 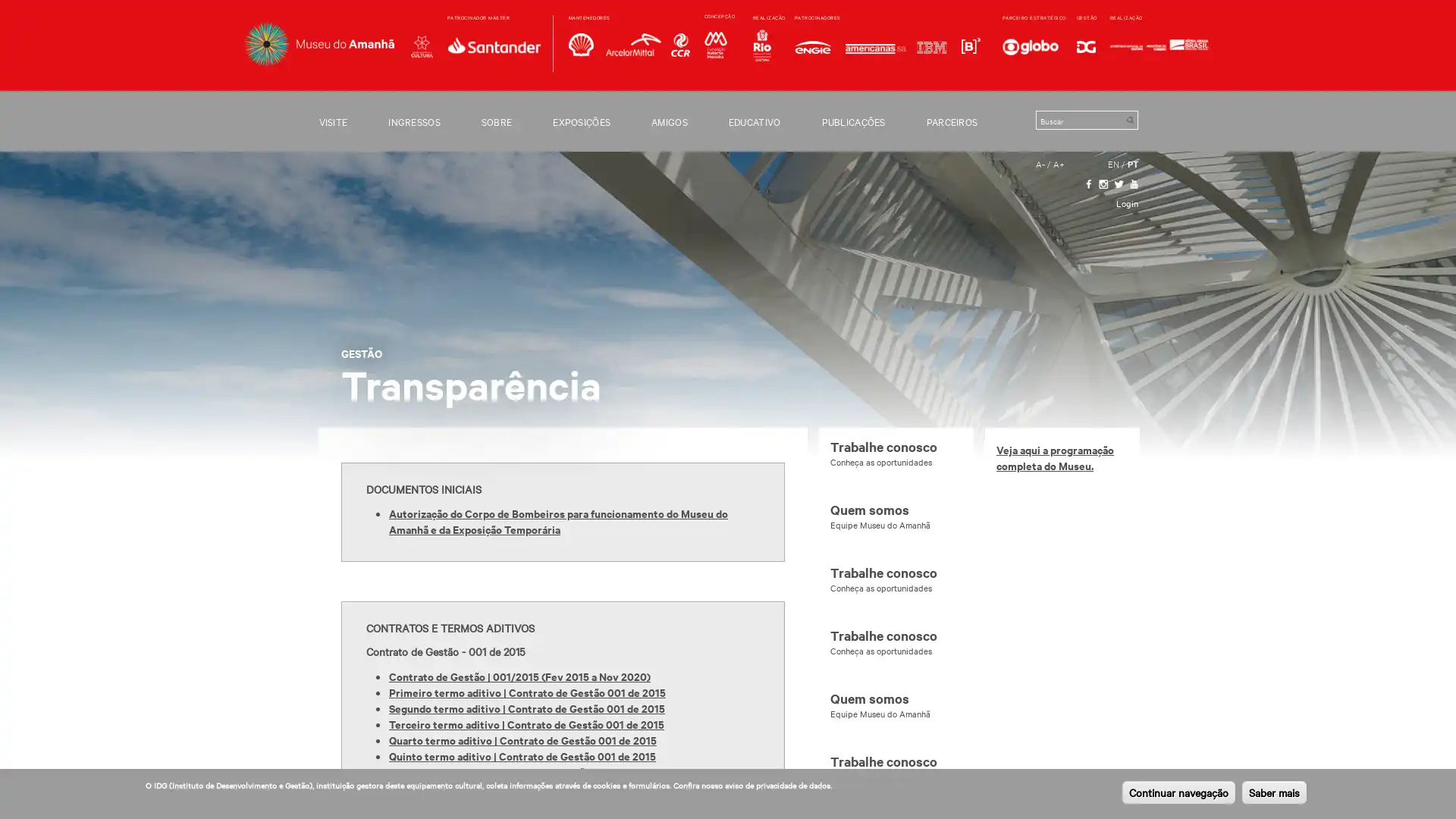 What do you see at coordinates (1274, 792) in the screenshot?
I see `Saber mais` at bounding box center [1274, 792].